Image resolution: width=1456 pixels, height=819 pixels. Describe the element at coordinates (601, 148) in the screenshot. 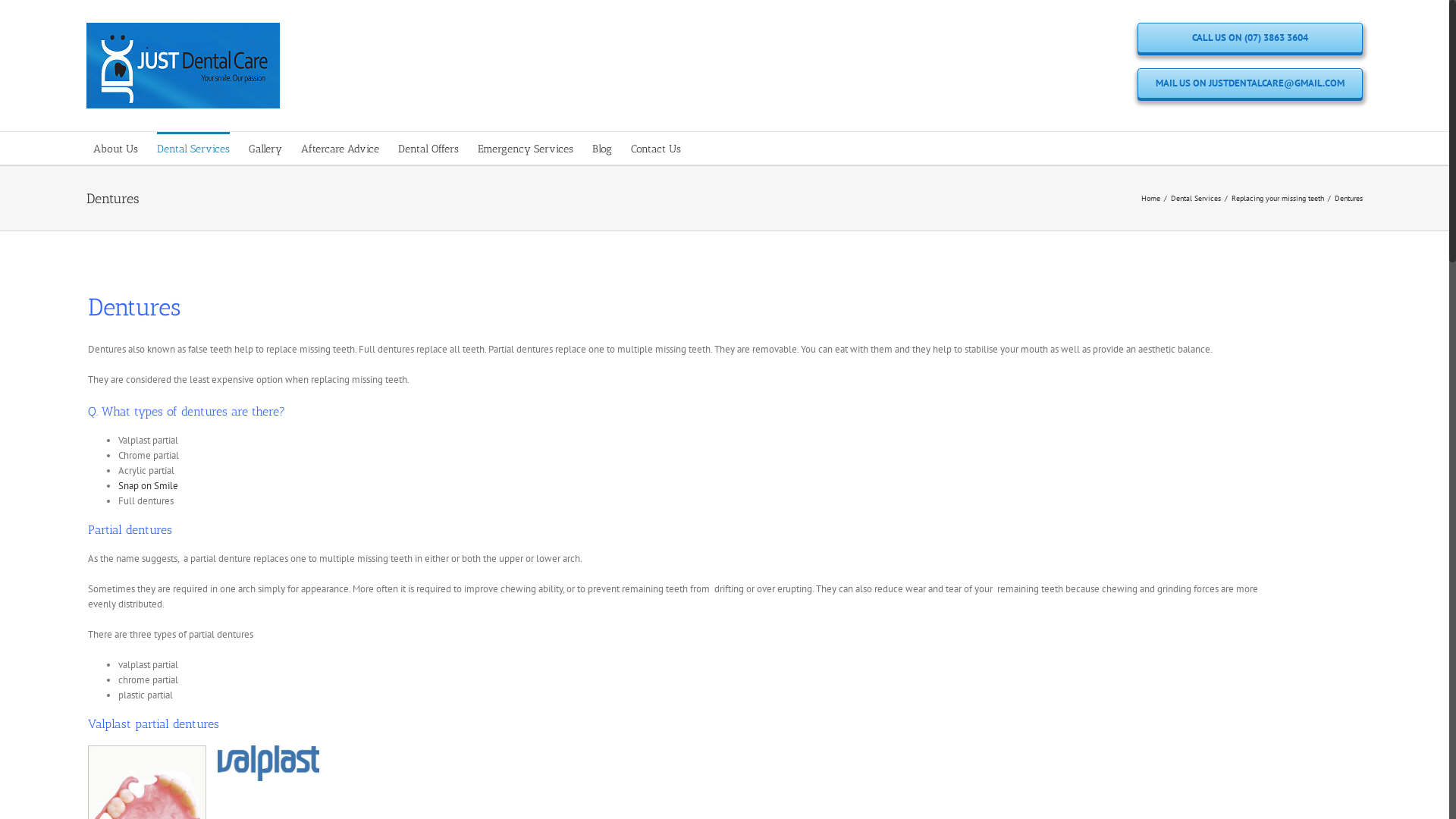

I see `'Blog'` at that location.